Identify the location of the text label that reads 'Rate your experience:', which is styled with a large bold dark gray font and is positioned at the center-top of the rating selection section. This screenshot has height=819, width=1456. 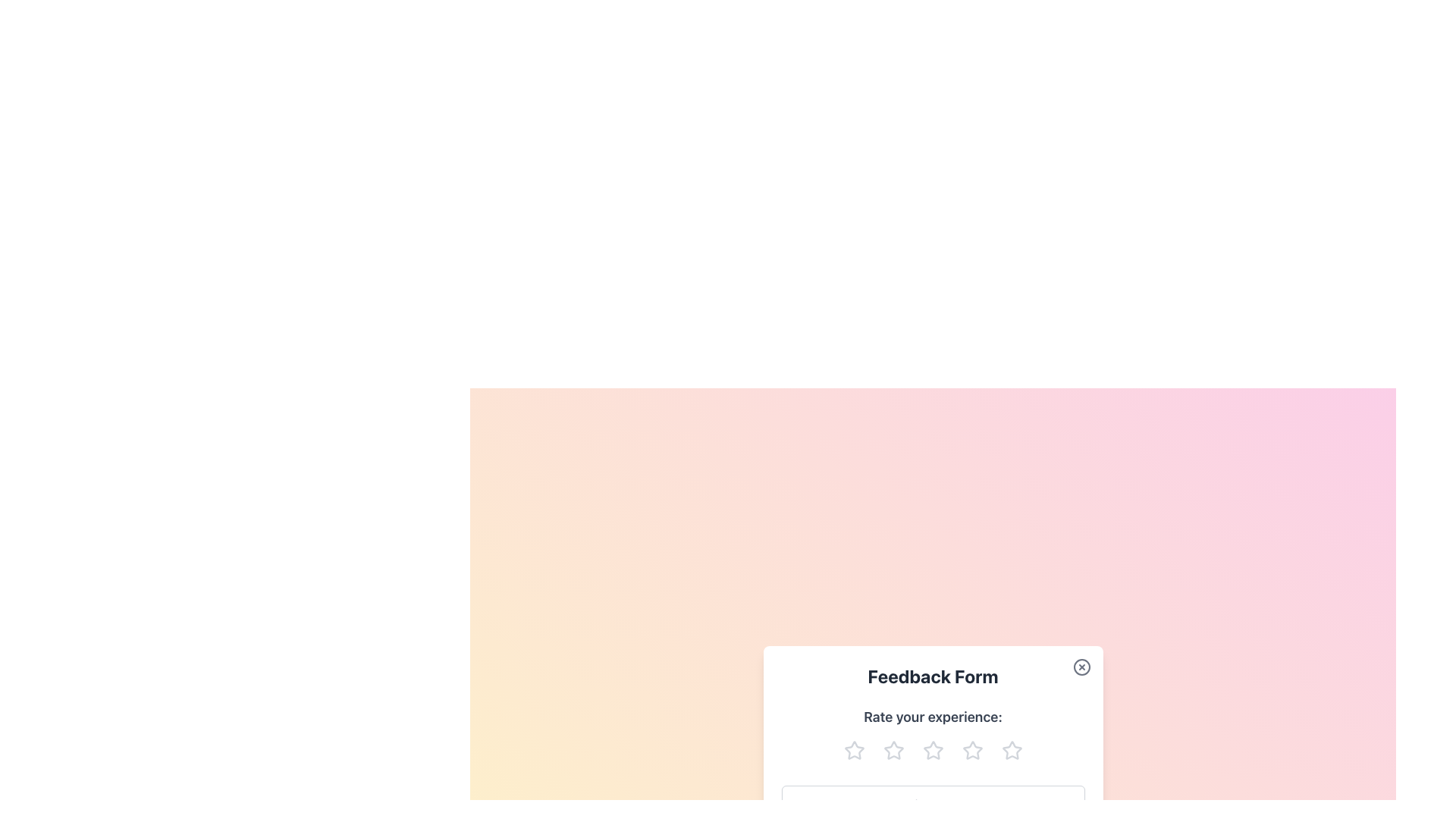
(932, 717).